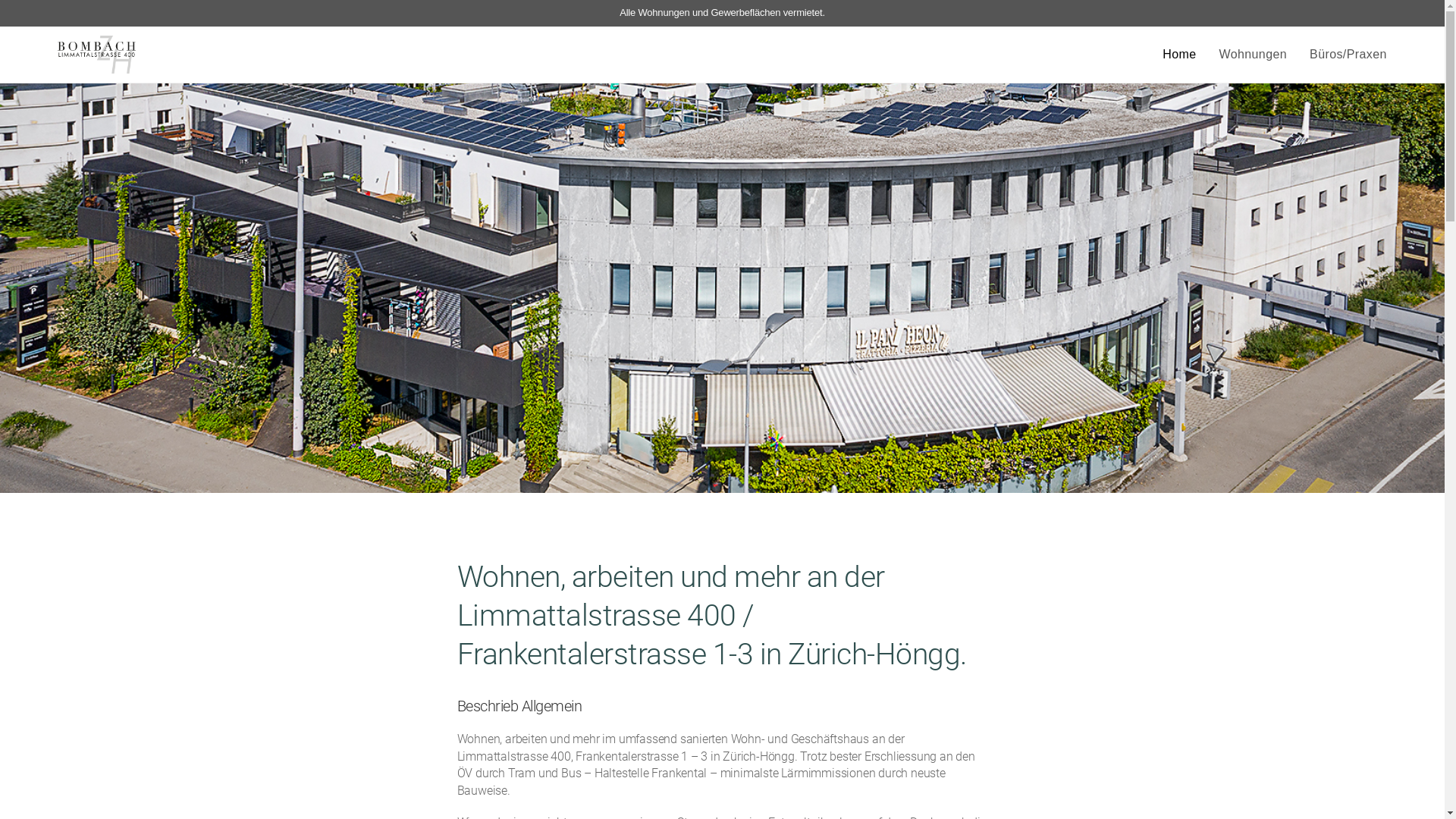 This screenshot has width=1456, height=819. What do you see at coordinates (1178, 54) in the screenshot?
I see `'Home'` at bounding box center [1178, 54].